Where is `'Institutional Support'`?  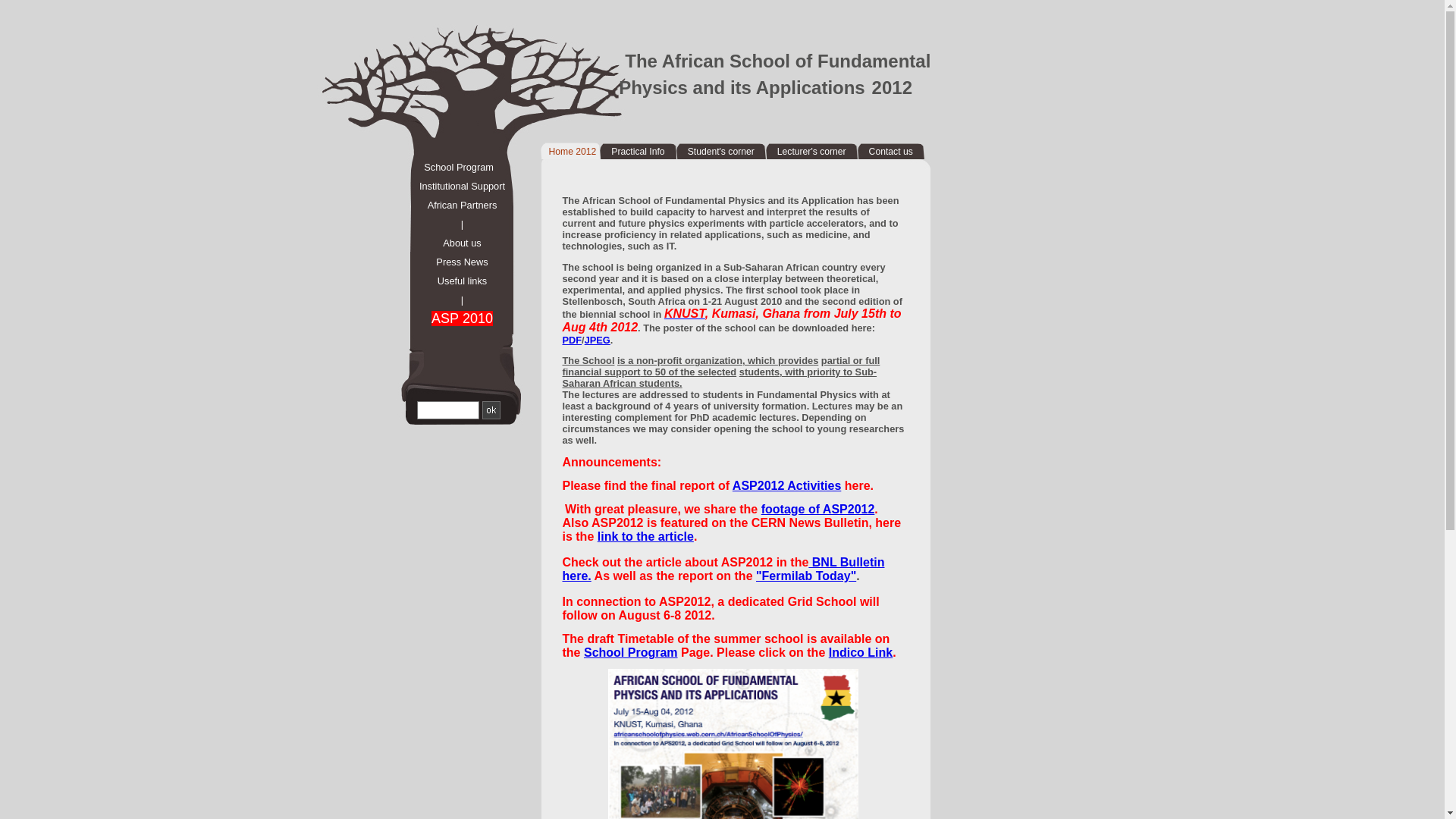 'Institutional Support' is located at coordinates (453, 185).